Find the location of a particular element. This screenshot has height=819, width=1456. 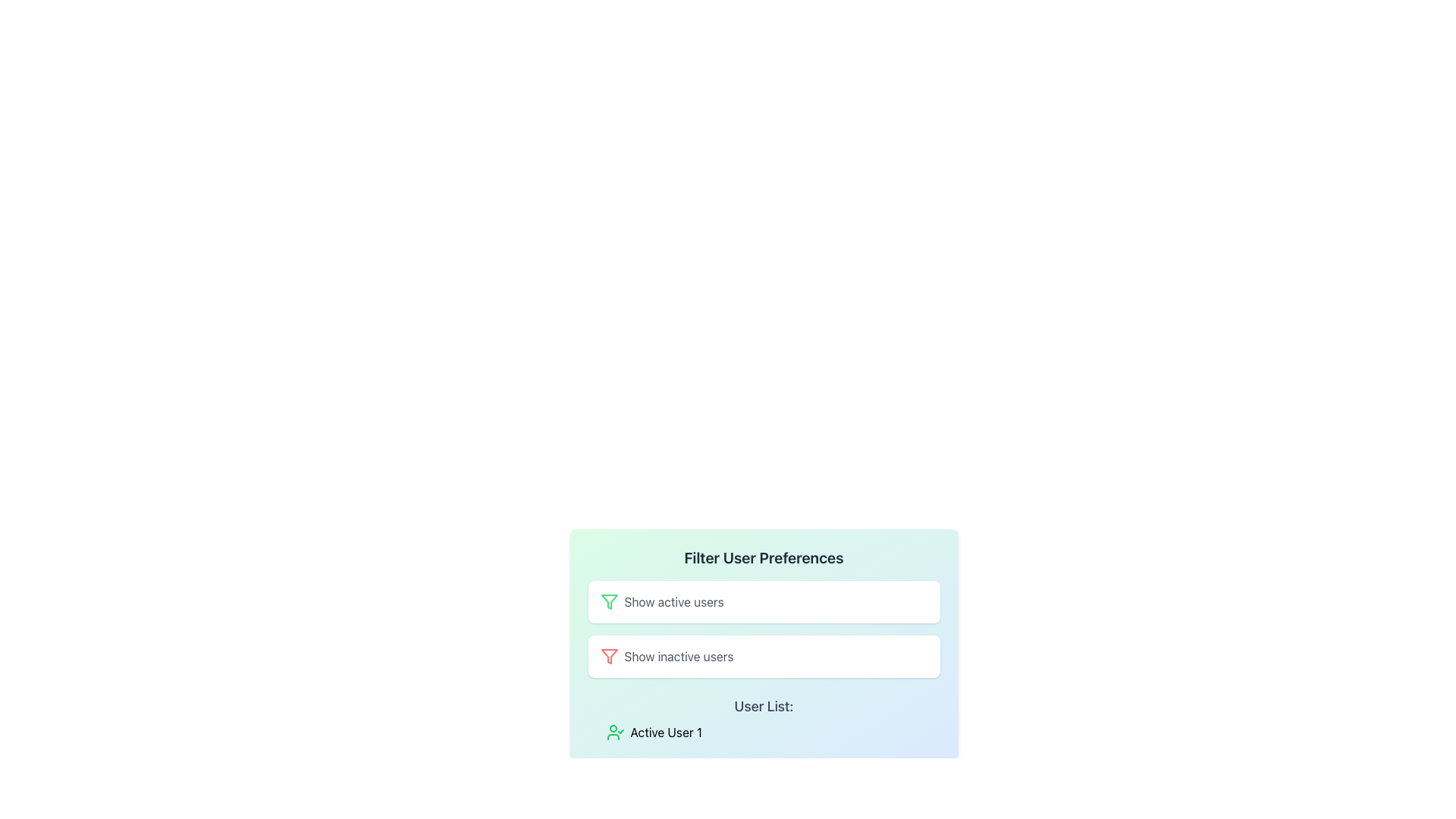

the toggle switch styled as a horizontal oval with rounded corners from its current position is located at coordinates (912, 656).